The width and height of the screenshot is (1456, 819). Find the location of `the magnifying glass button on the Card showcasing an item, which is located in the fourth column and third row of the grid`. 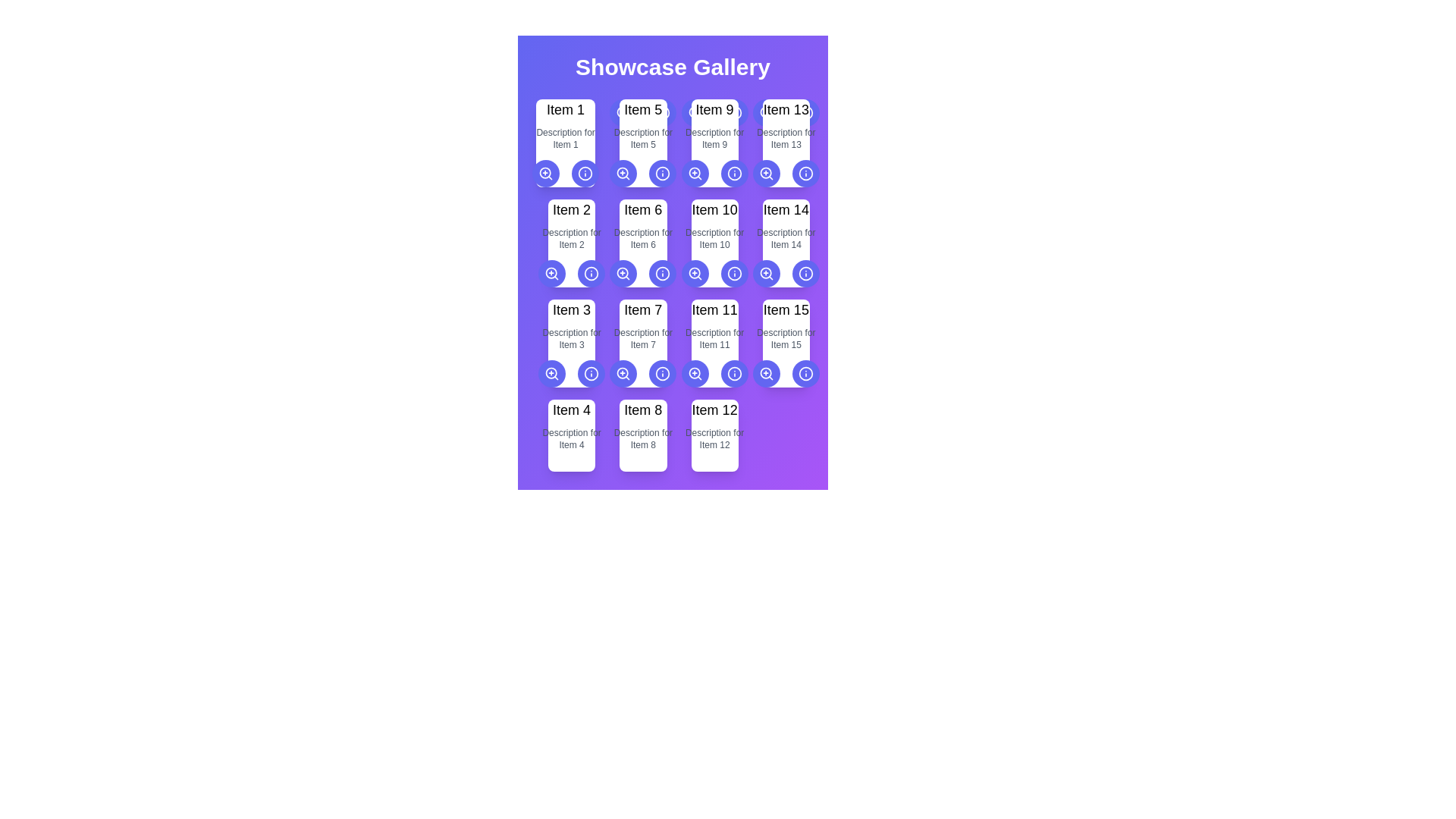

the magnifying glass button on the Card showcasing an item, which is located in the fourth column and third row of the grid is located at coordinates (786, 242).